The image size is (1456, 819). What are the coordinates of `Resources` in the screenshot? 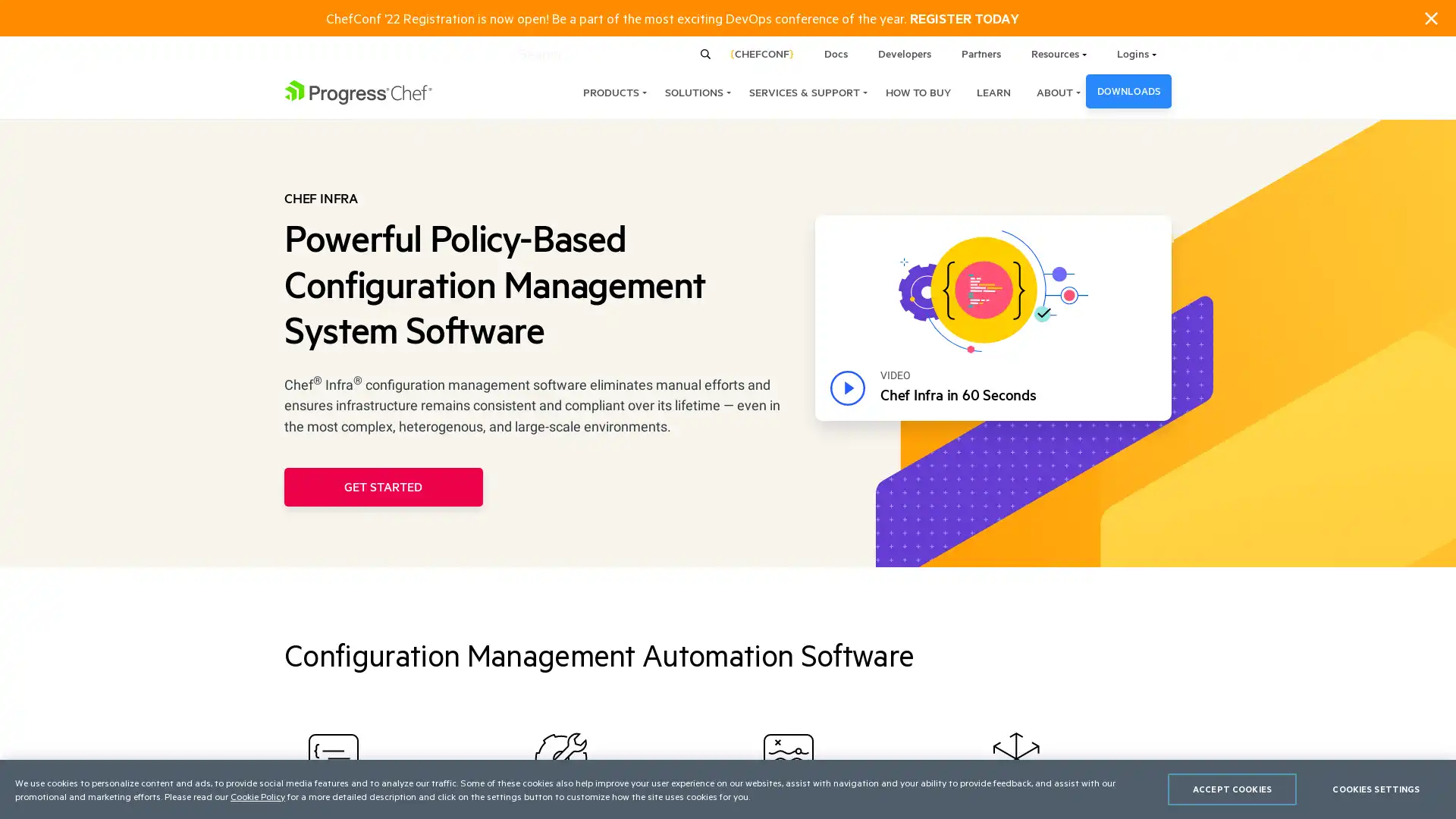 It's located at (1058, 54).